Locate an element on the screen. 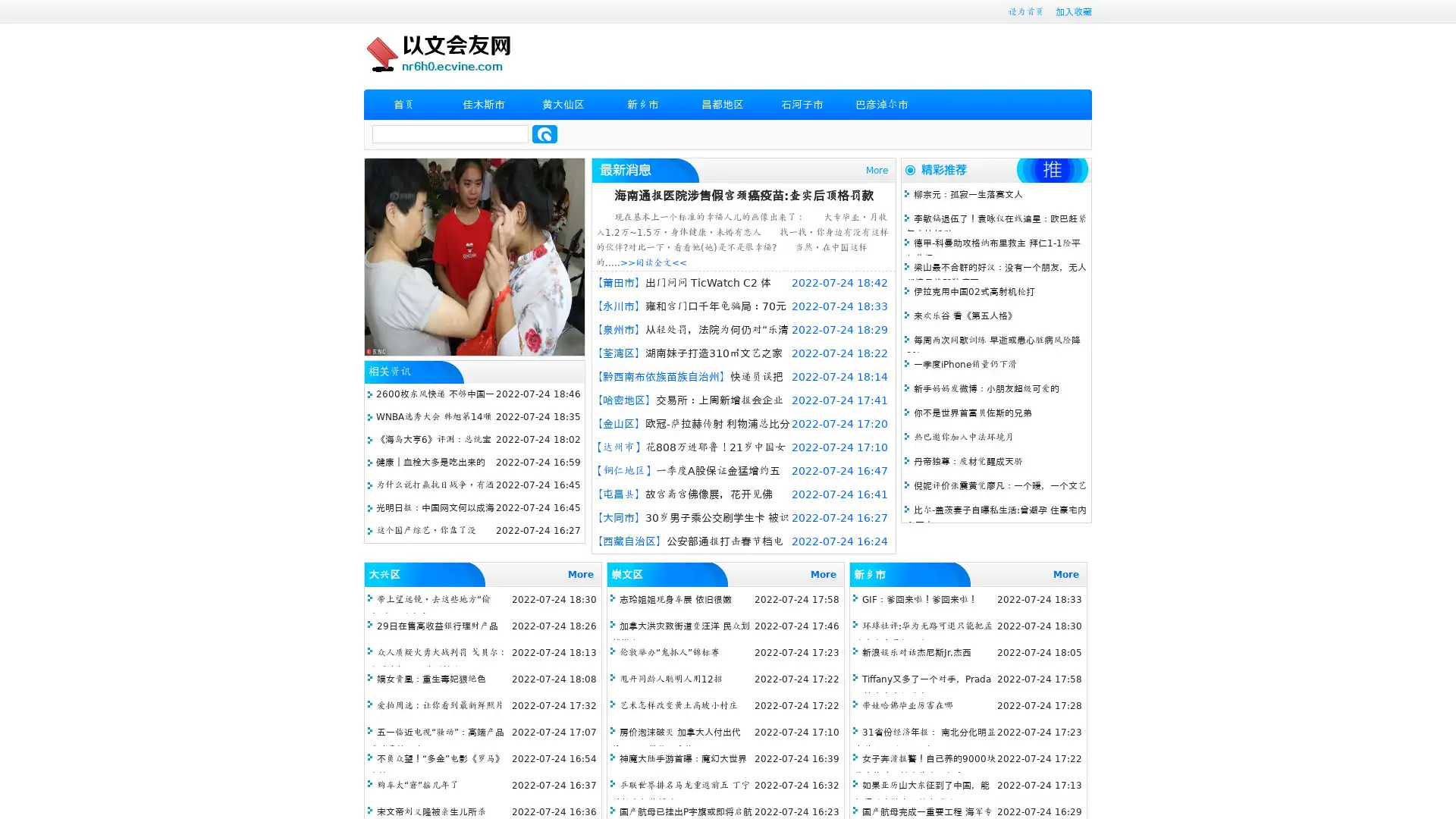 This screenshot has width=1456, height=819. Search is located at coordinates (544, 133).